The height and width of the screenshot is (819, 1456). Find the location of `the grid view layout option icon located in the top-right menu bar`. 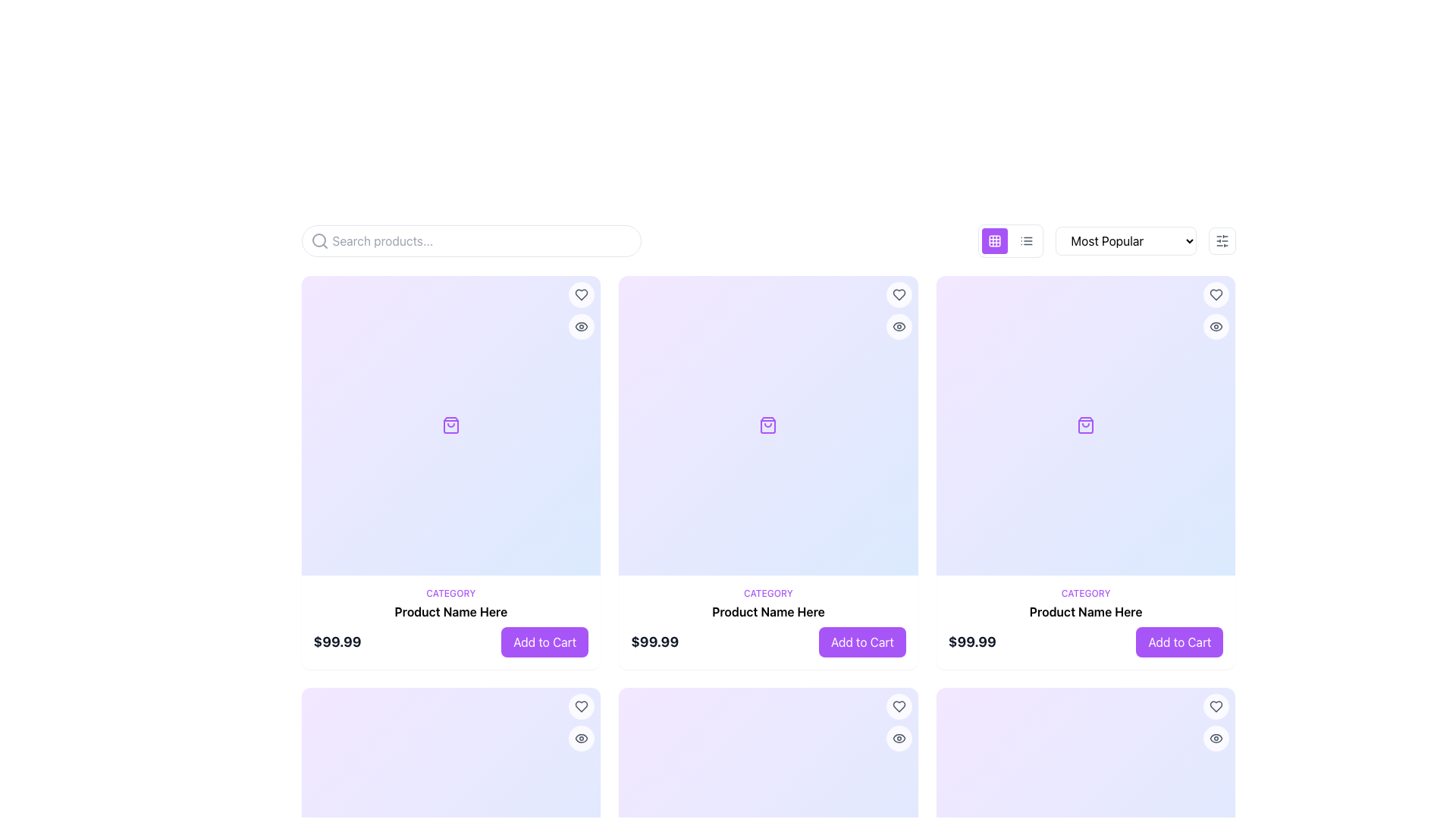

the grid view layout option icon located in the top-right menu bar is located at coordinates (994, 240).